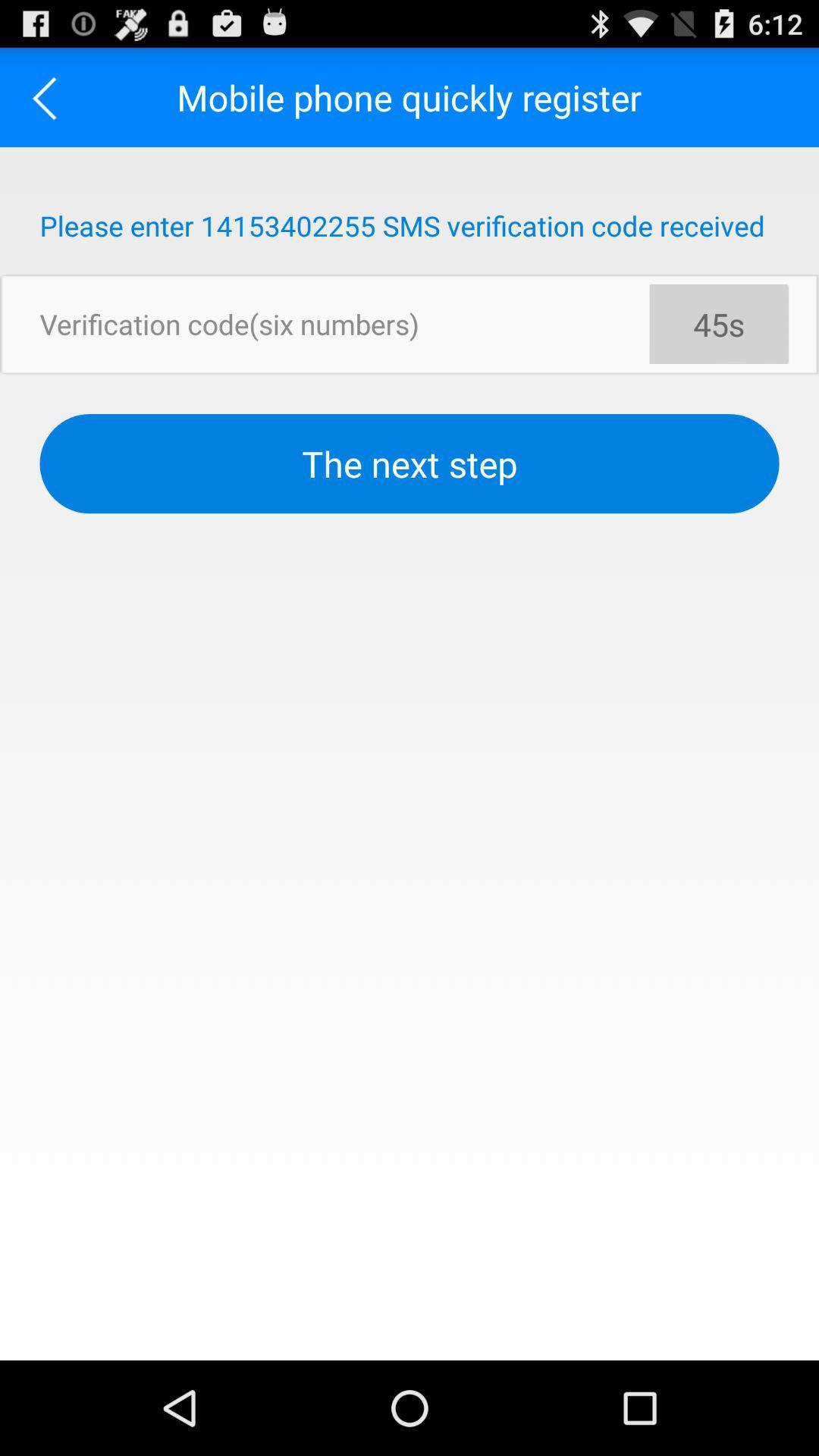  I want to click on the next step button, so click(409, 463).